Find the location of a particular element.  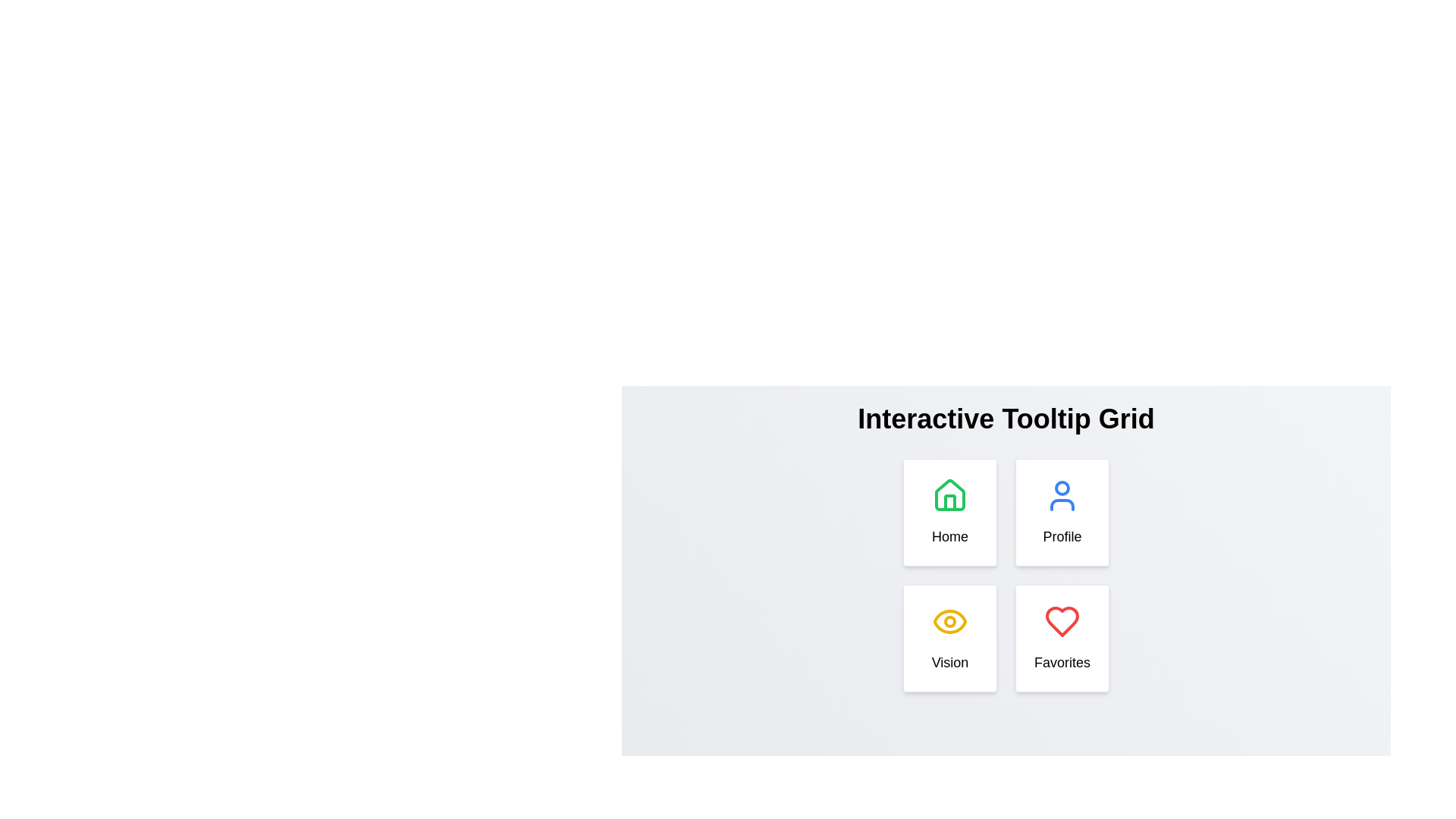

the SVG circle element representing the head part of the profile icon located in the top-right of the grid labeled 'Profile' is located at coordinates (1062, 488).